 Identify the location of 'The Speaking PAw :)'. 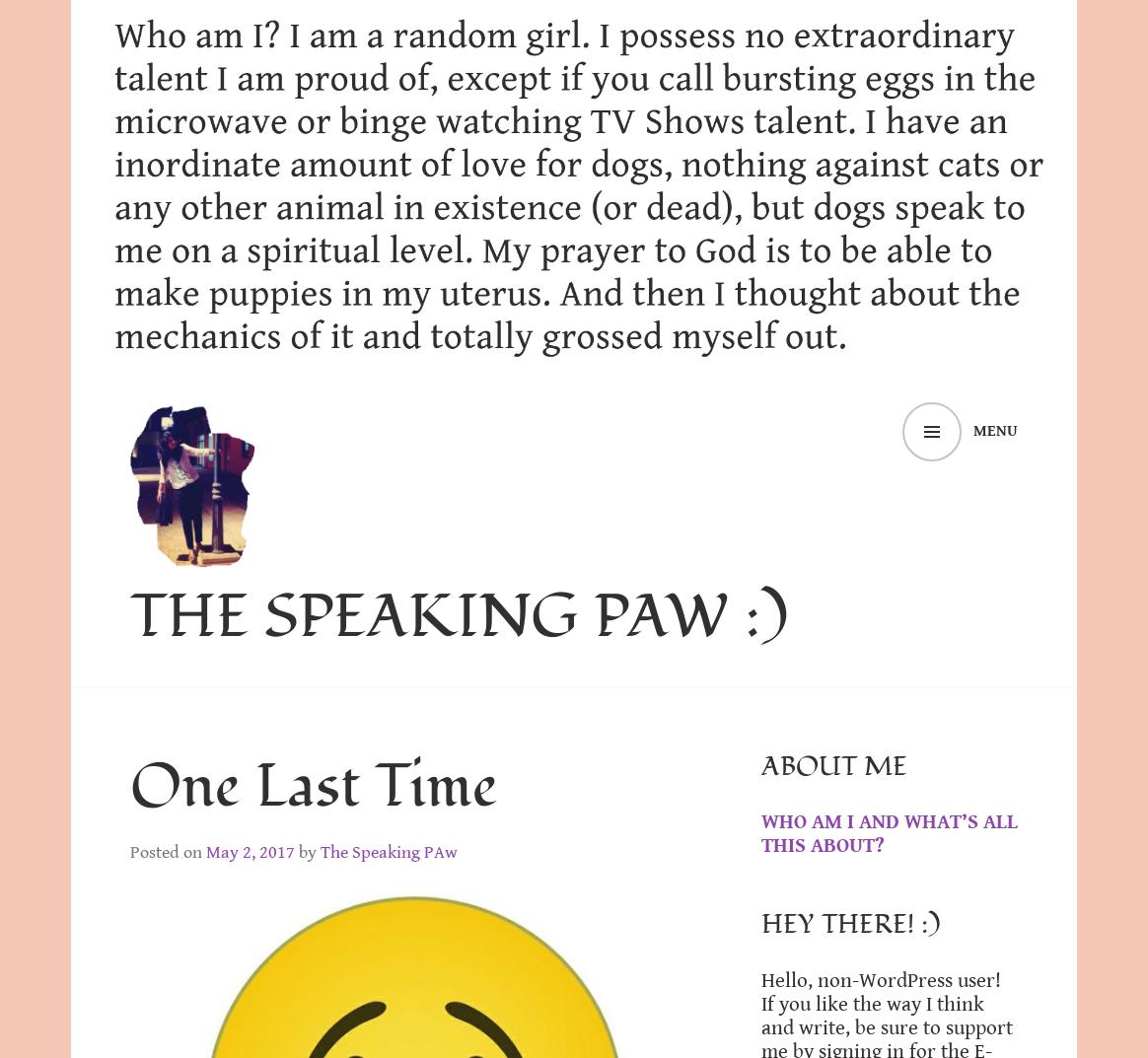
(458, 615).